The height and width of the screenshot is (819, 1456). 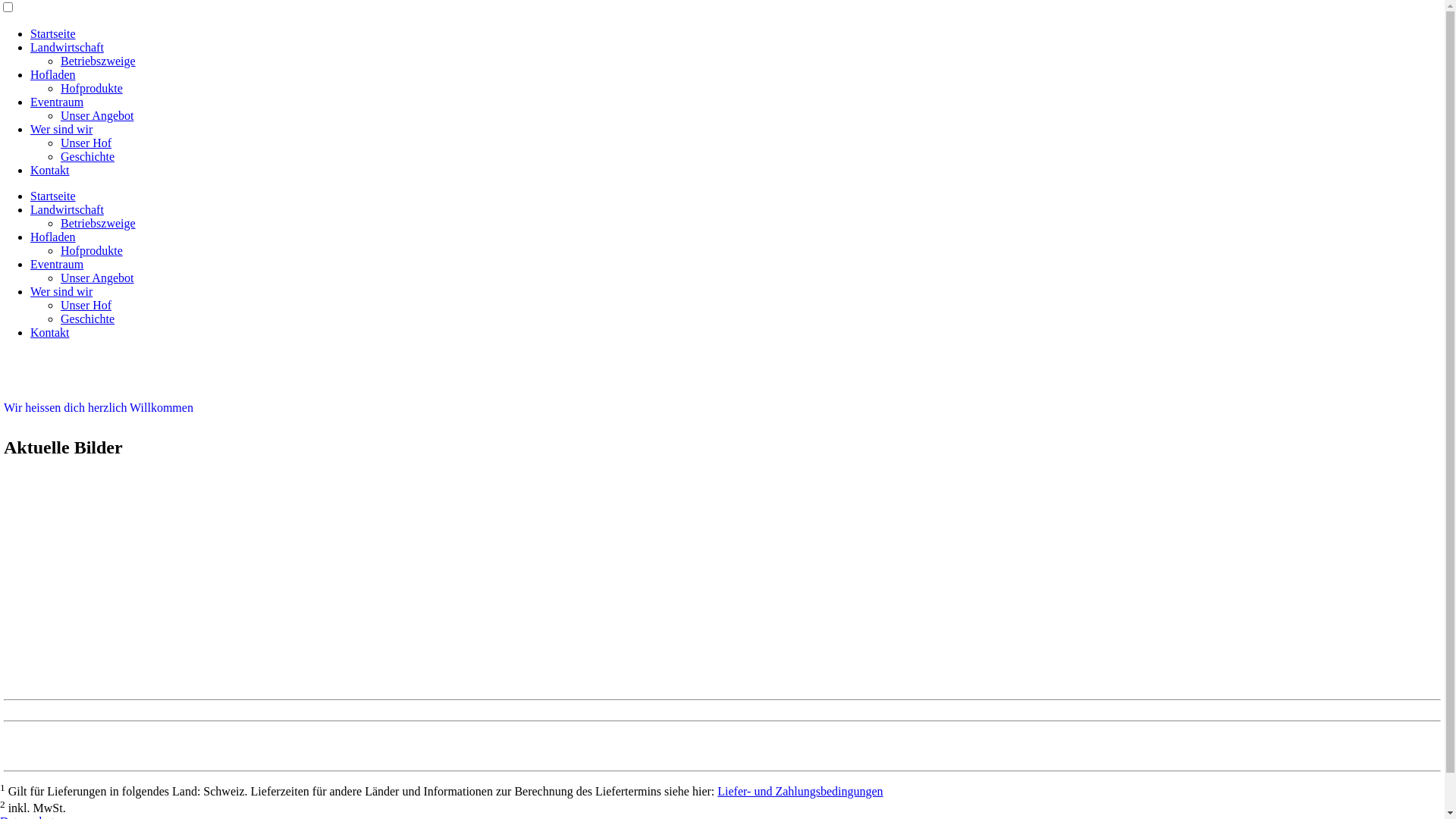 What do you see at coordinates (90, 249) in the screenshot?
I see `'Hofprodukte'` at bounding box center [90, 249].